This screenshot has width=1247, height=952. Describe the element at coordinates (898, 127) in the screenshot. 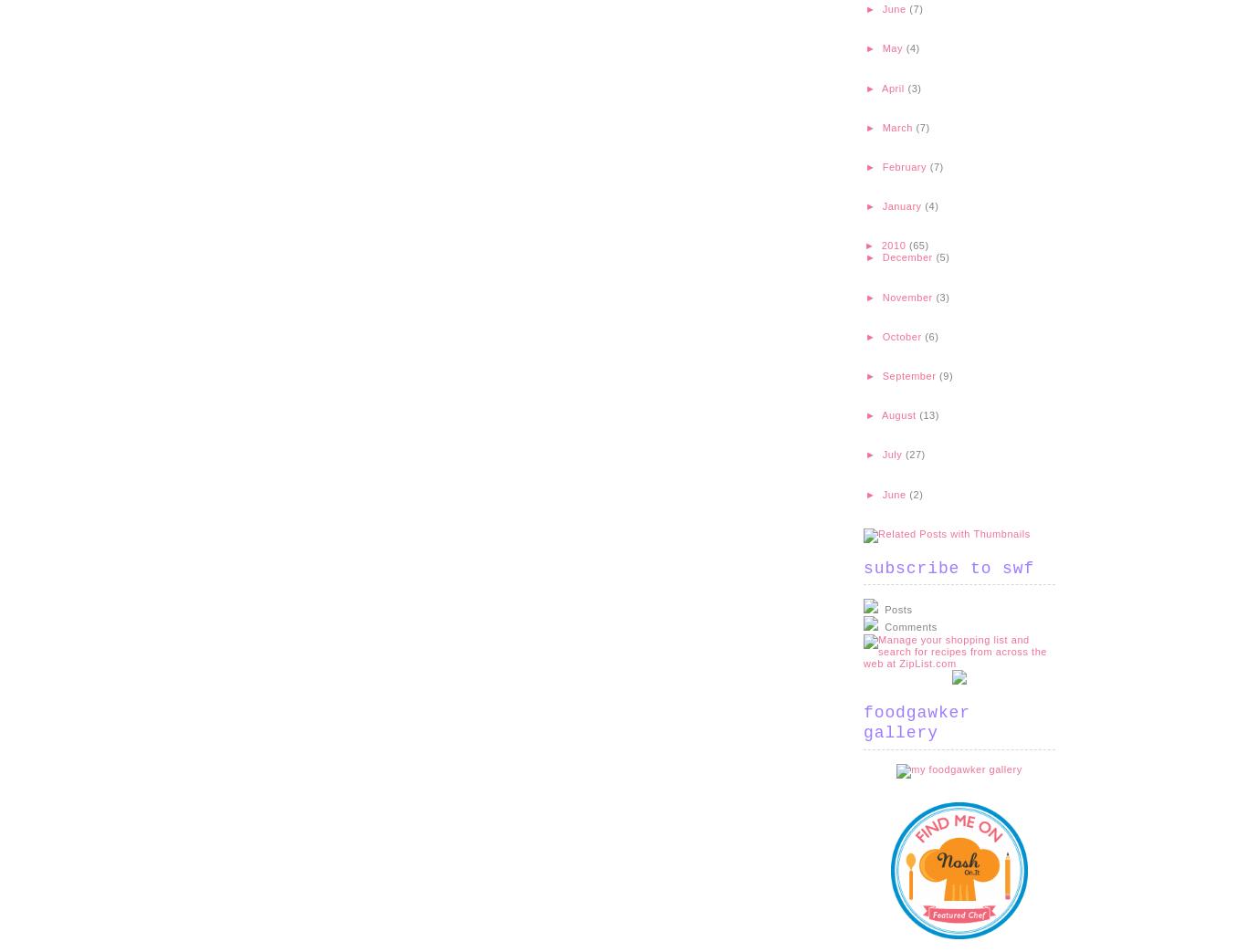

I see `'March'` at that location.